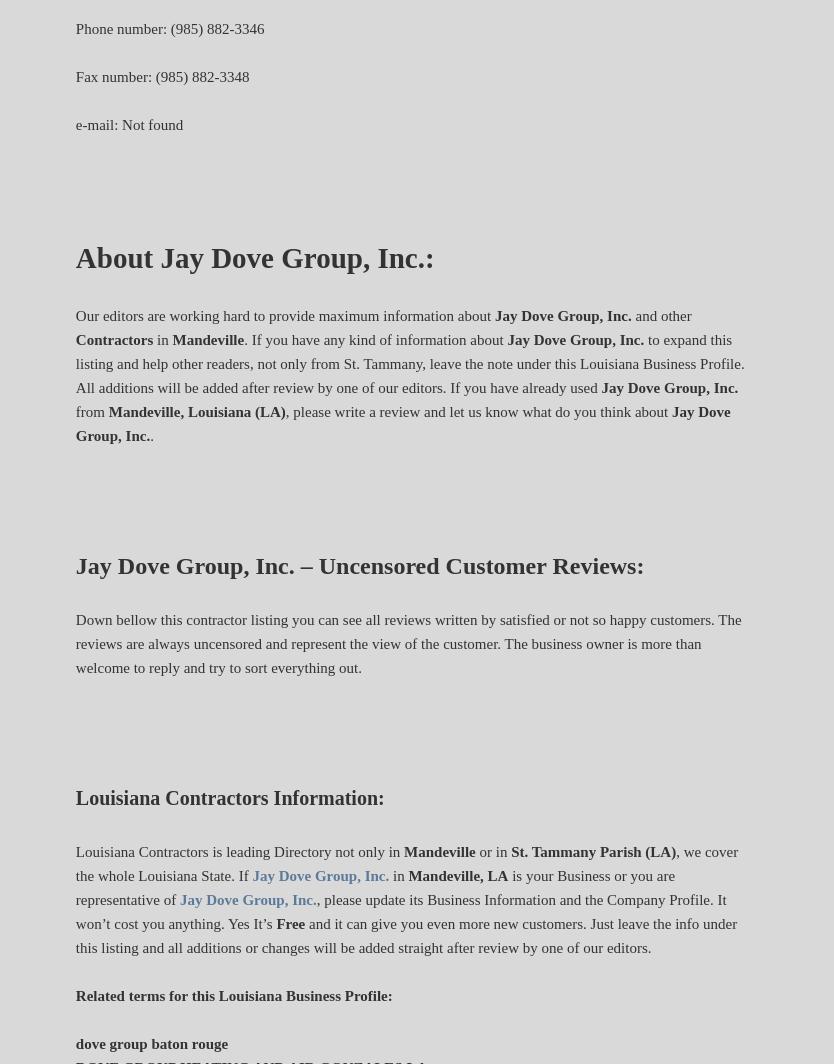  Describe the element at coordinates (405, 863) in the screenshot. I see `', we cover the whole Louisiana State. If'` at that location.